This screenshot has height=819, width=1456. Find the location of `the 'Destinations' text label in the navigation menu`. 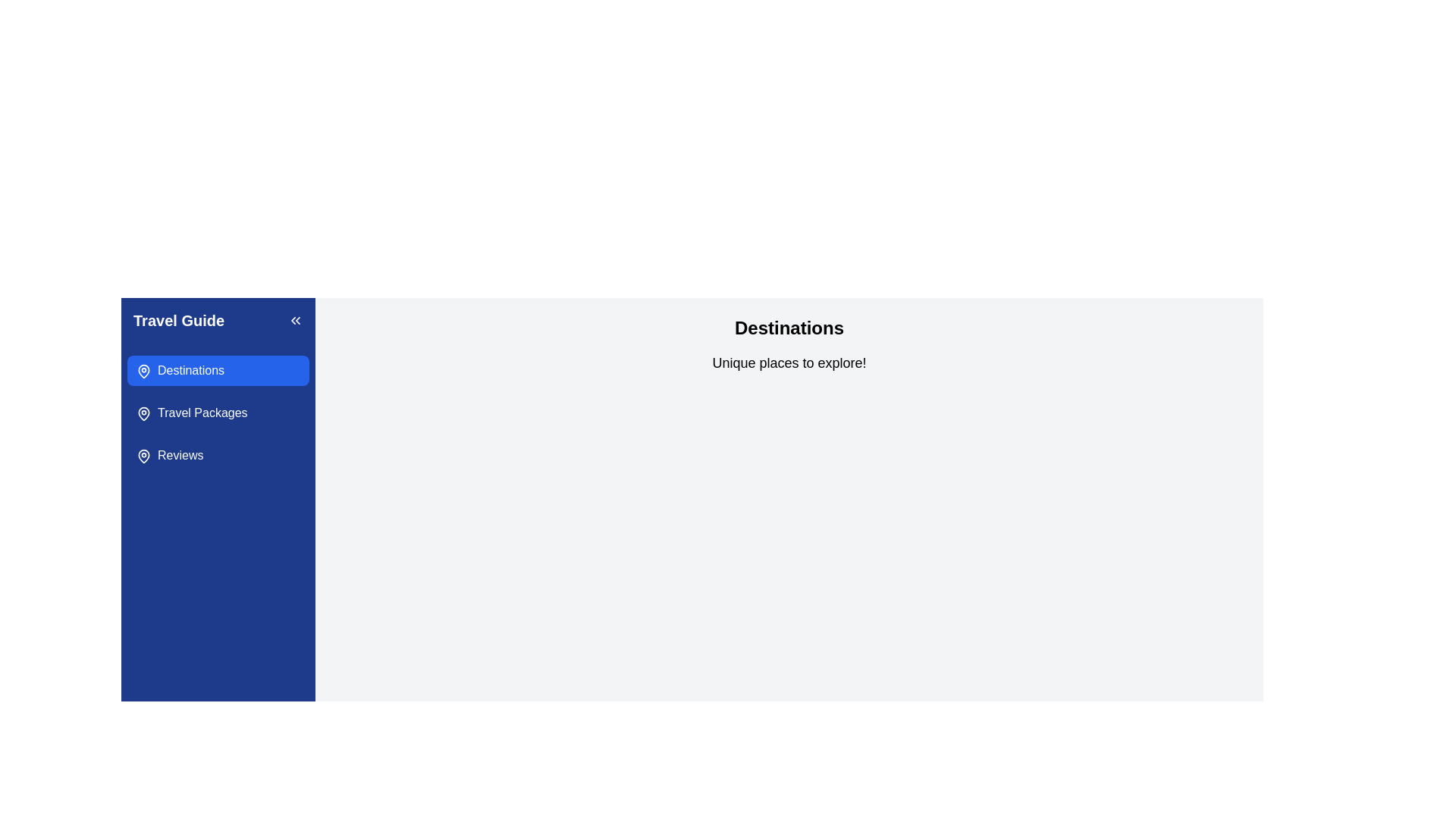

the 'Destinations' text label in the navigation menu is located at coordinates (190, 370).